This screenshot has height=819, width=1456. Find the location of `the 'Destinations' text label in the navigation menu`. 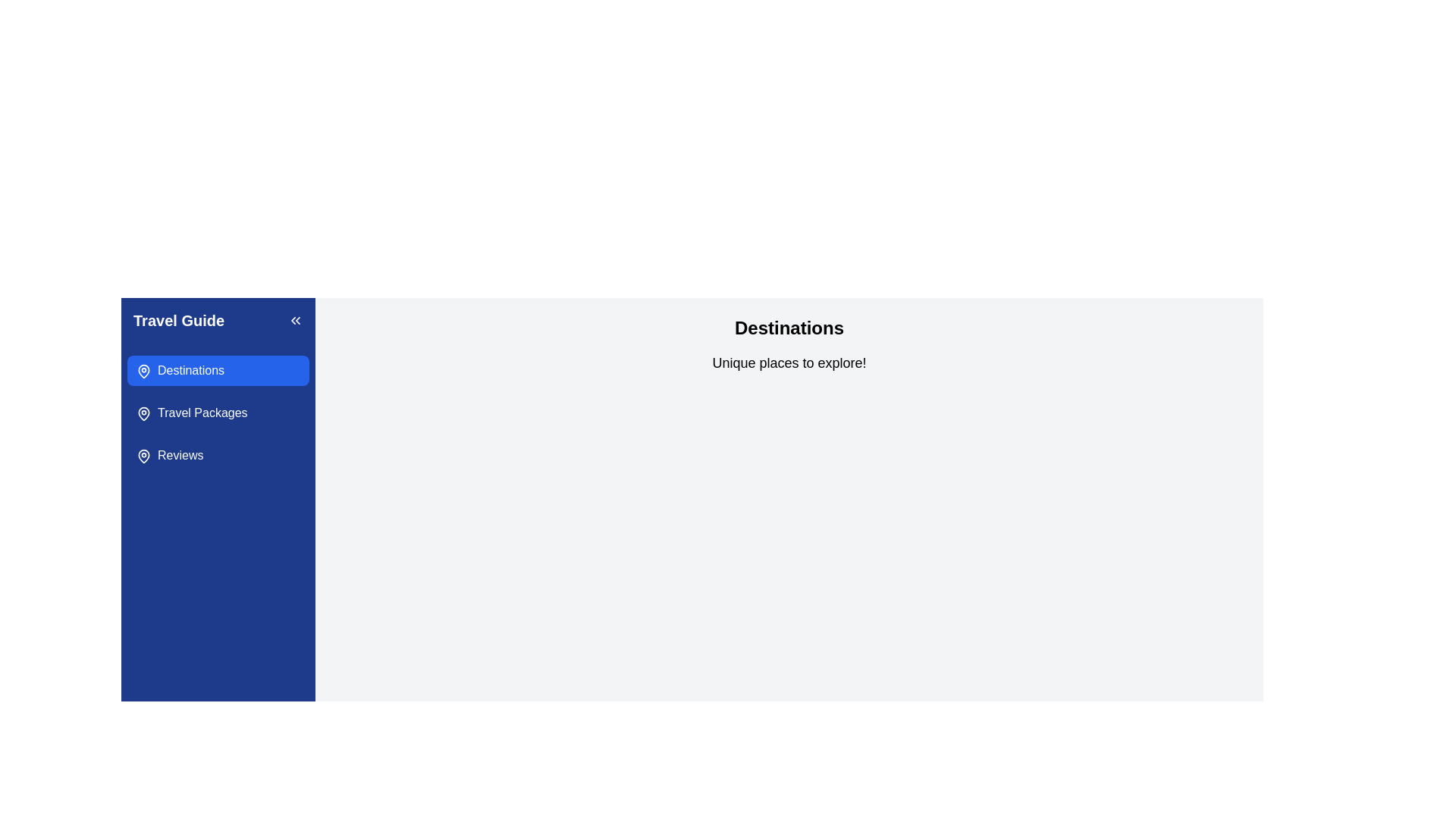

the 'Destinations' text label in the navigation menu is located at coordinates (190, 370).